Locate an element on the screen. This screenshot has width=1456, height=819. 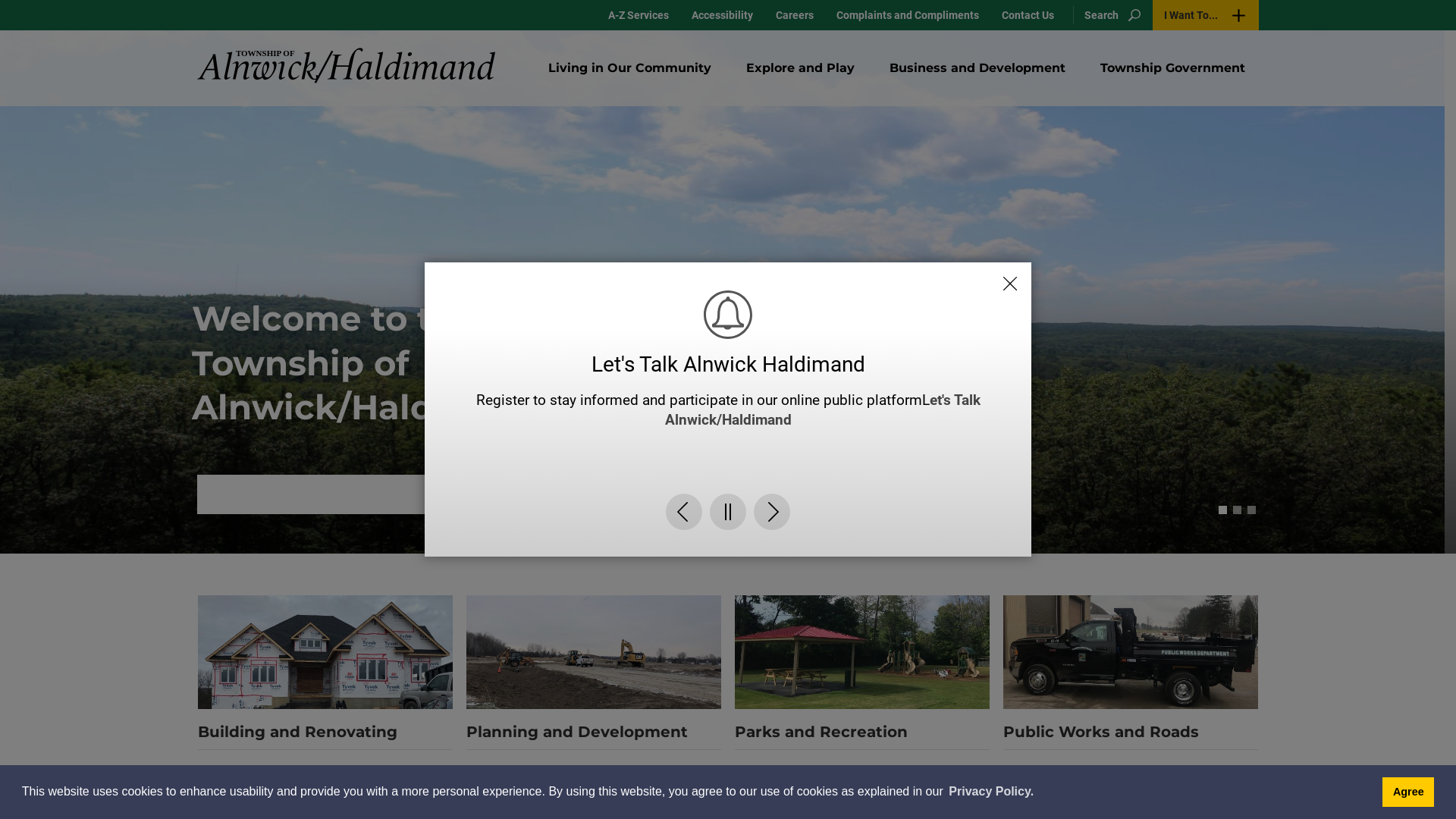
'Privacy Policy.' is located at coordinates (990, 791).